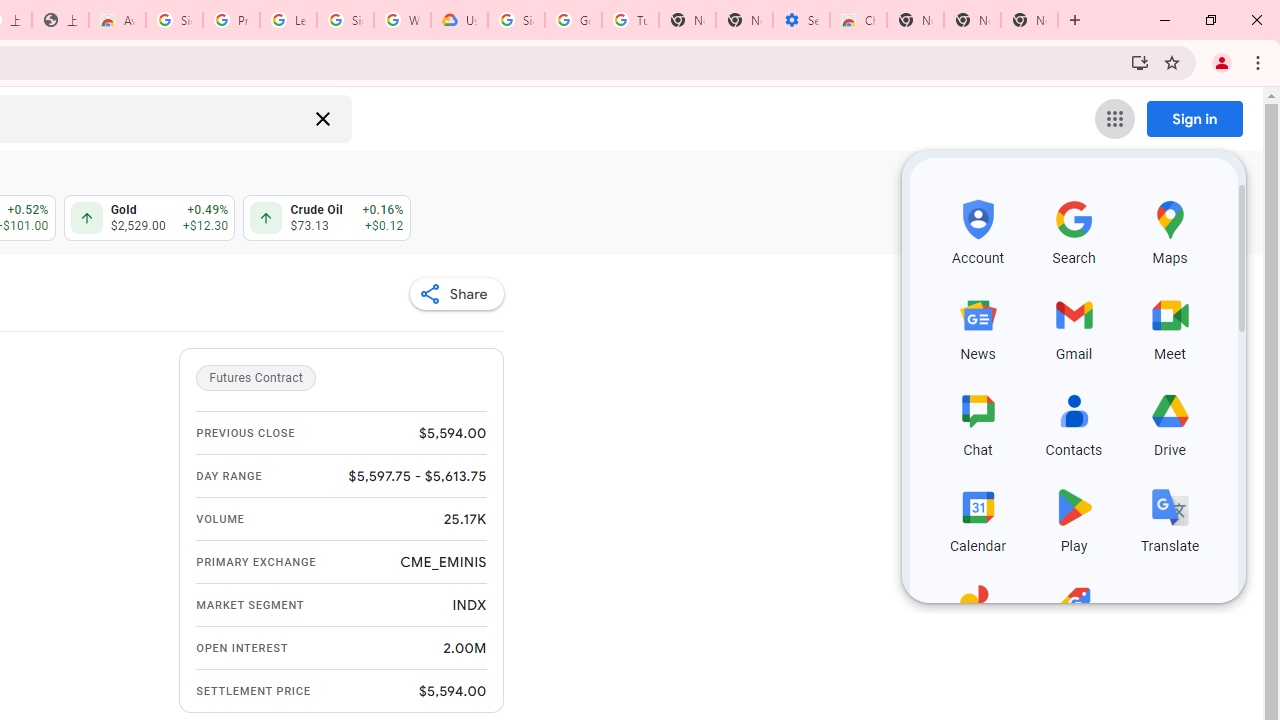  I want to click on 'Clear search', so click(322, 118).